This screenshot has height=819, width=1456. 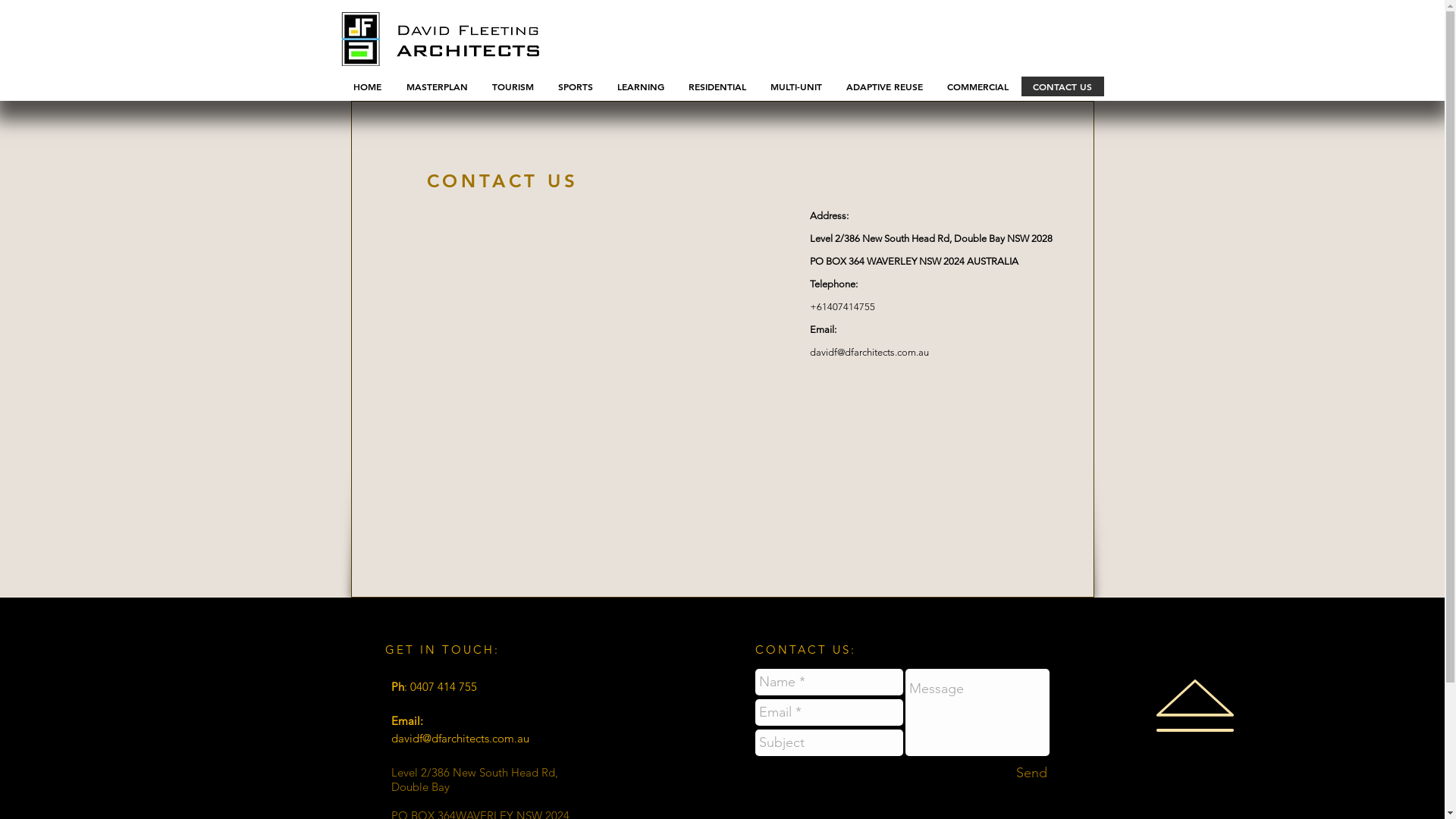 What do you see at coordinates (367, 86) in the screenshot?
I see `'HOME'` at bounding box center [367, 86].